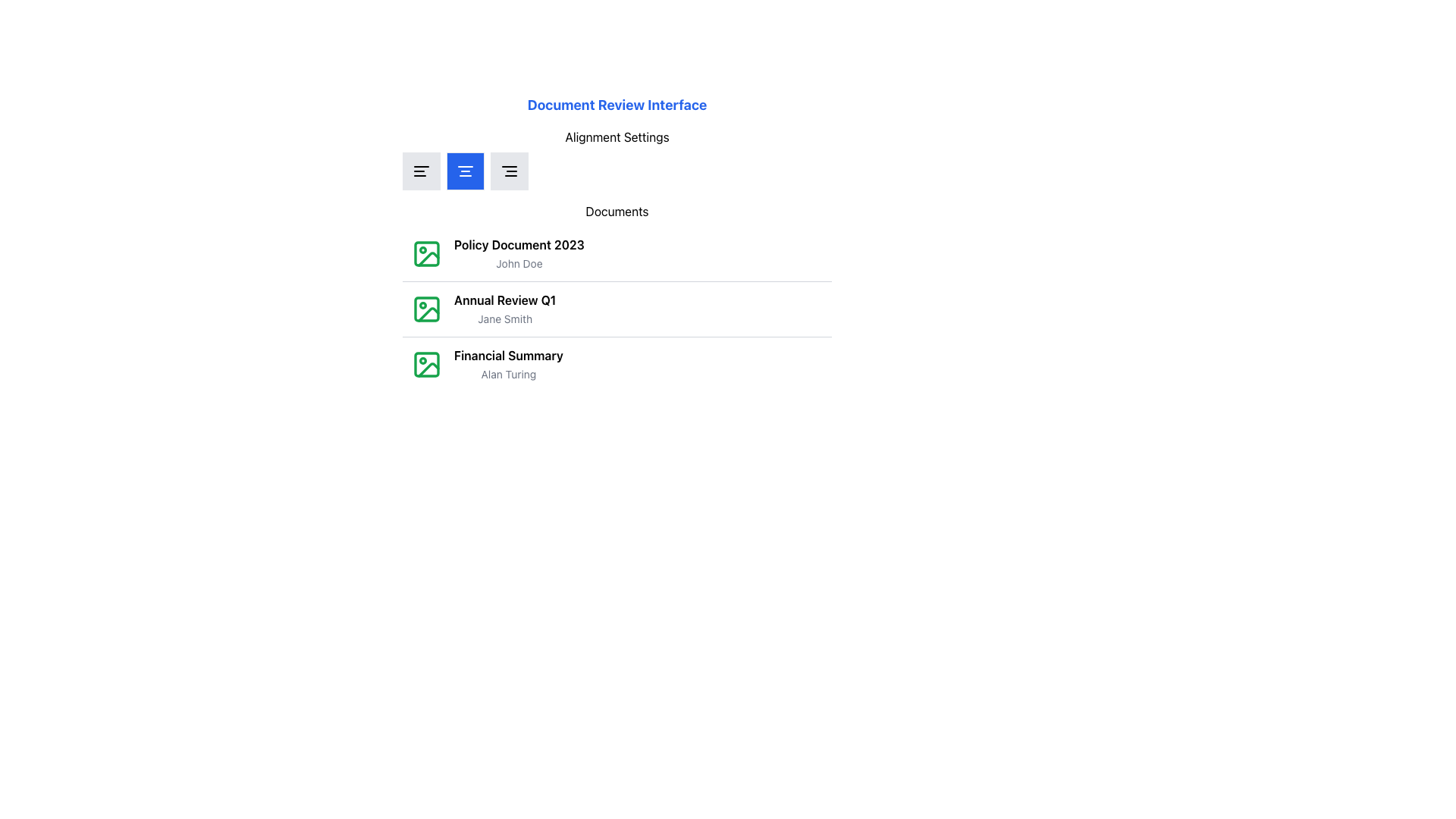 This screenshot has height=819, width=1456. What do you see at coordinates (505, 309) in the screenshot?
I see `on the 'Annual Review Q1' text display, which is located in the second row of a vertical list` at bounding box center [505, 309].